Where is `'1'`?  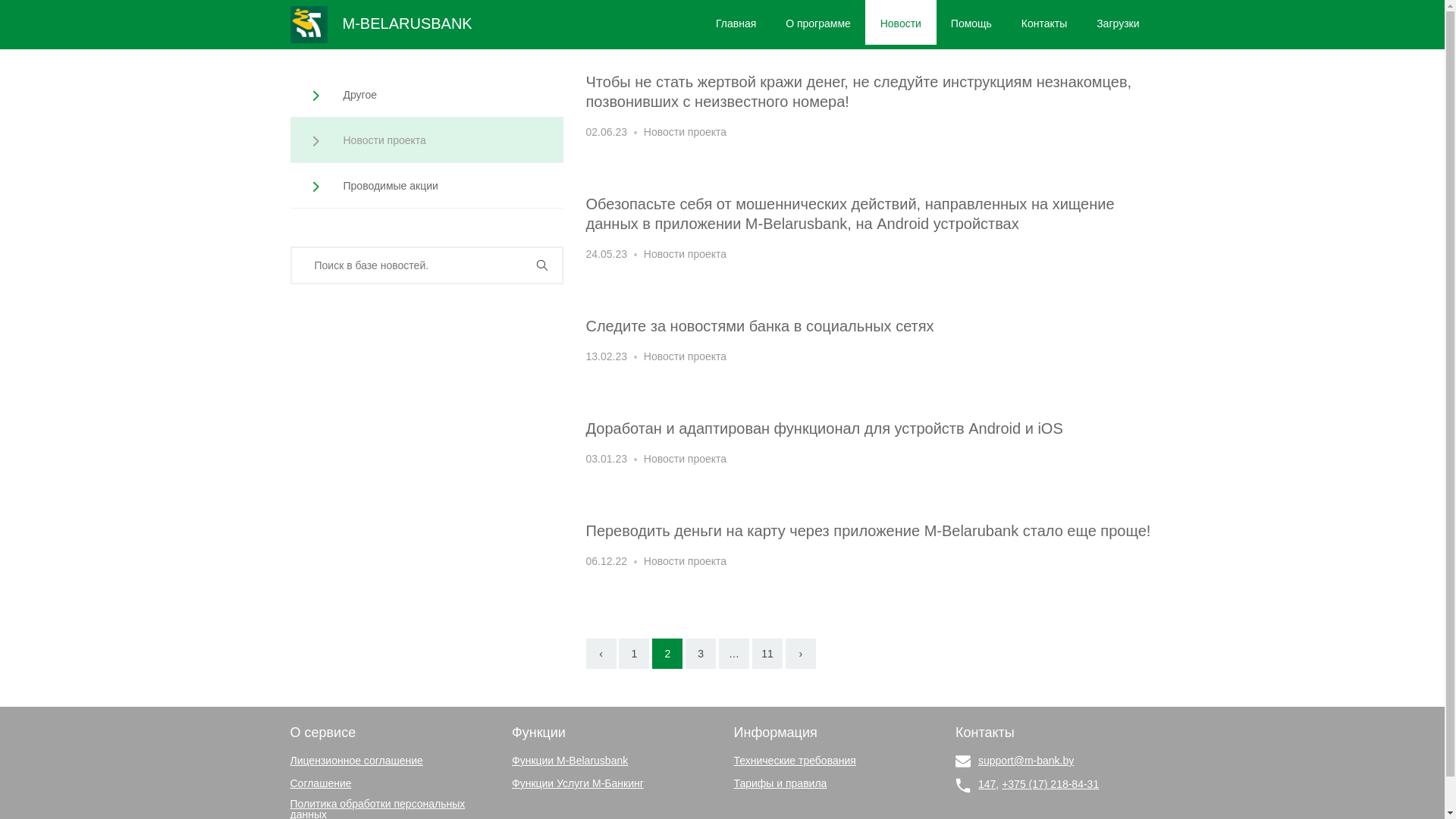 '1' is located at coordinates (619, 652).